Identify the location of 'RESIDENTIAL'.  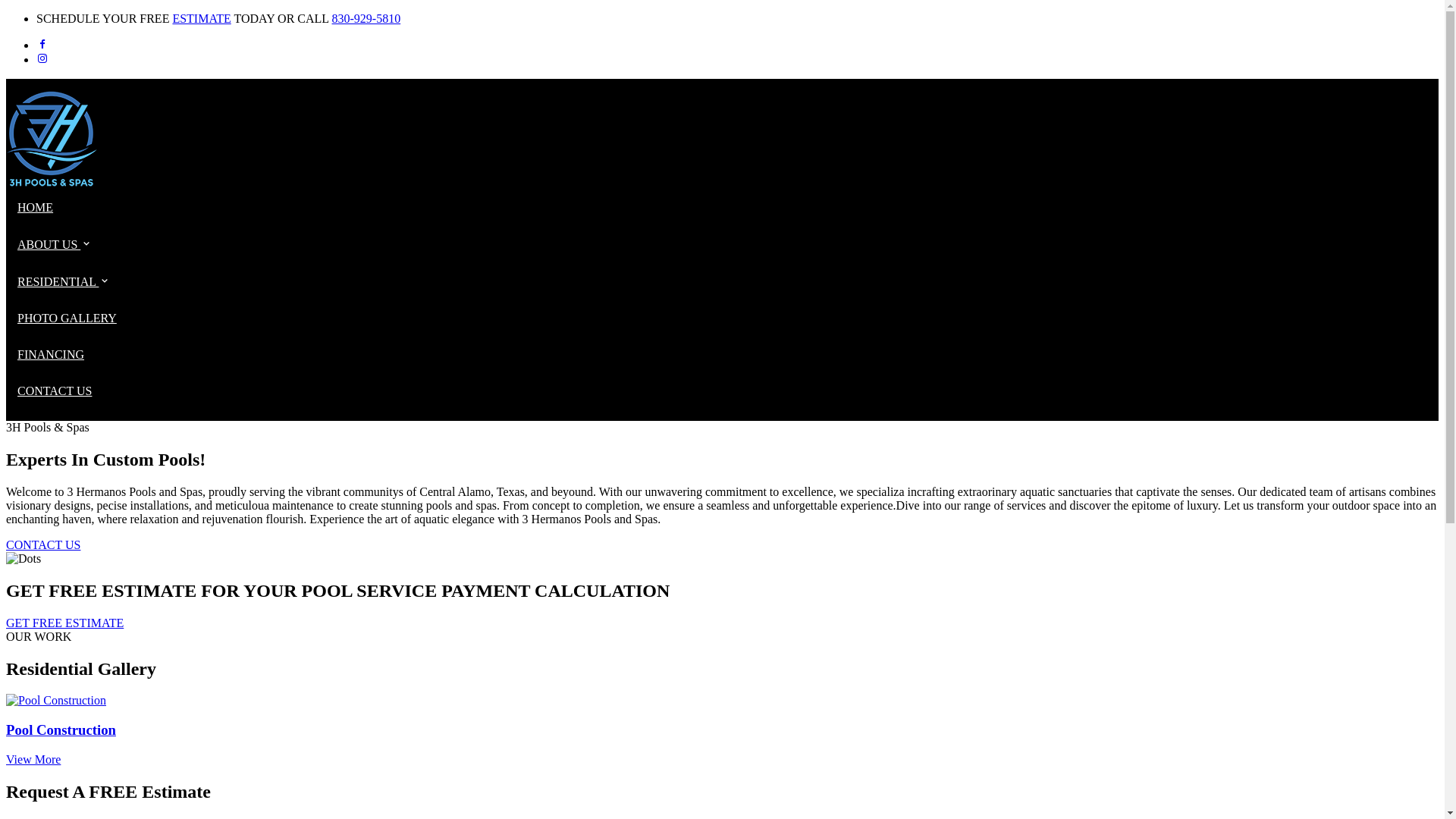
(63, 281).